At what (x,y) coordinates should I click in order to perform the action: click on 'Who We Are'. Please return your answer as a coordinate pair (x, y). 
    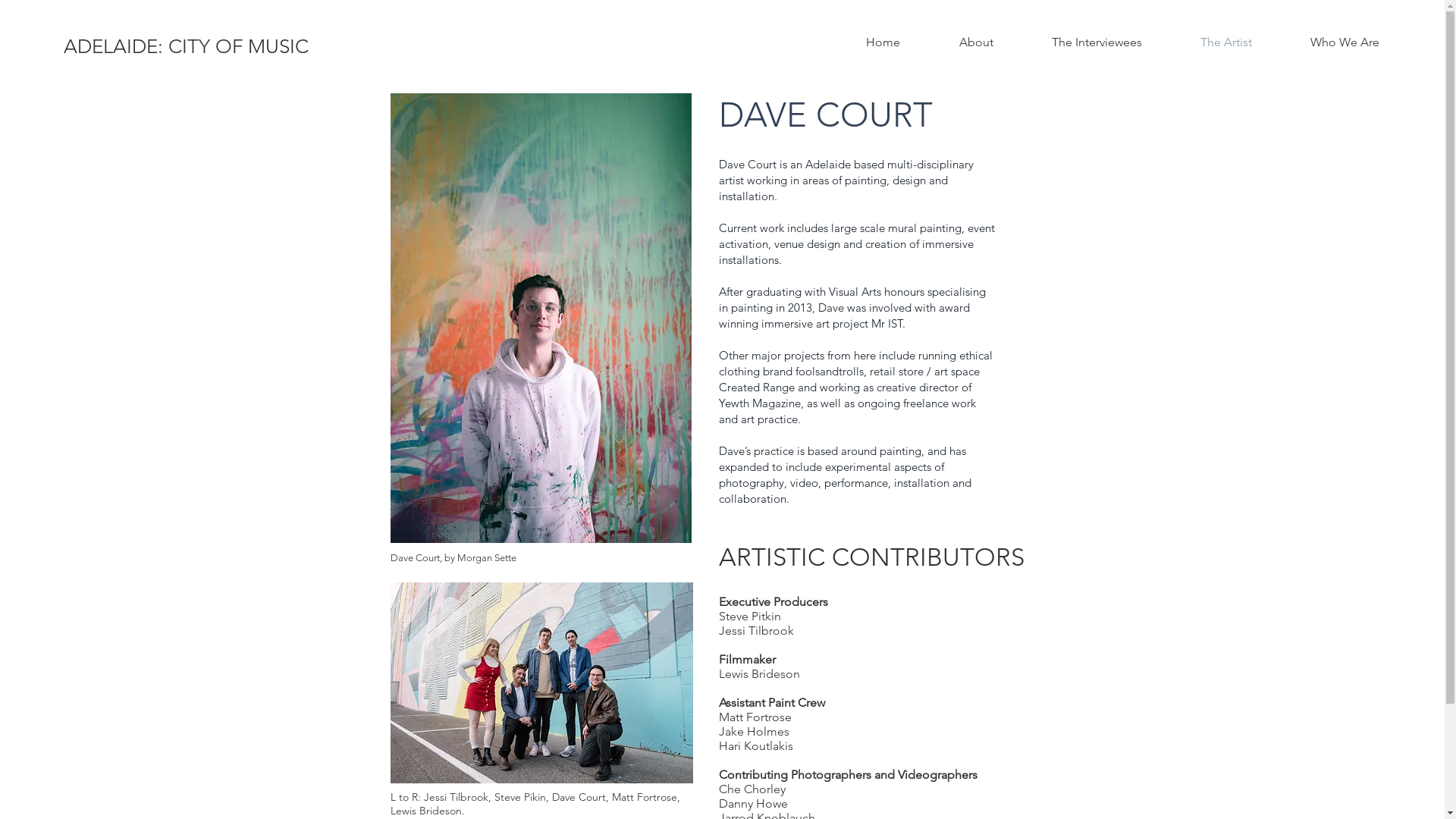
    Looking at the image, I should click on (1344, 42).